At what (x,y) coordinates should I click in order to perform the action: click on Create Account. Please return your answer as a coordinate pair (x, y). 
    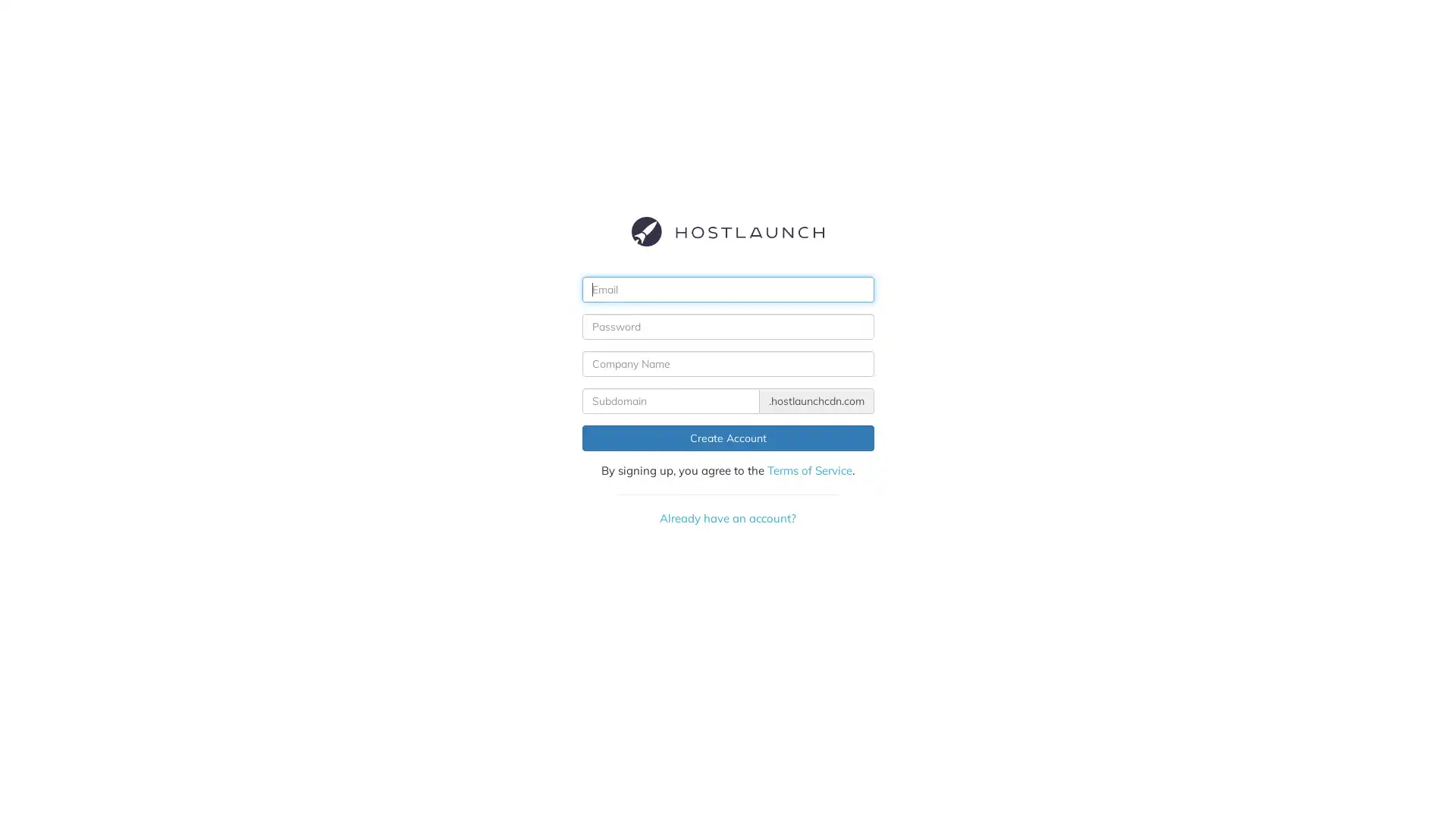
    Looking at the image, I should click on (726, 438).